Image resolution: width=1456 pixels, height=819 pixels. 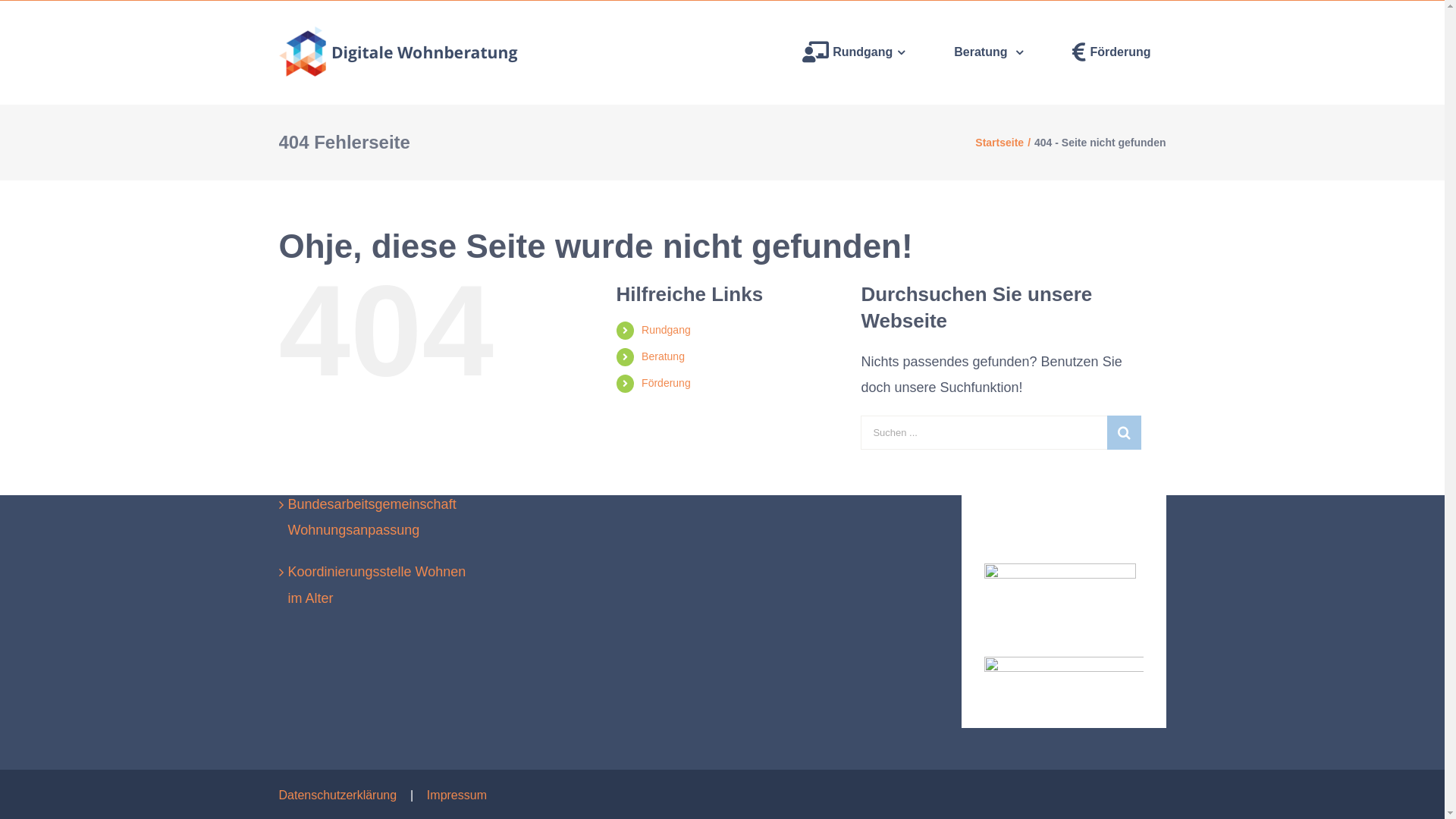 What do you see at coordinates (988, 52) in the screenshot?
I see `'Beratung'` at bounding box center [988, 52].